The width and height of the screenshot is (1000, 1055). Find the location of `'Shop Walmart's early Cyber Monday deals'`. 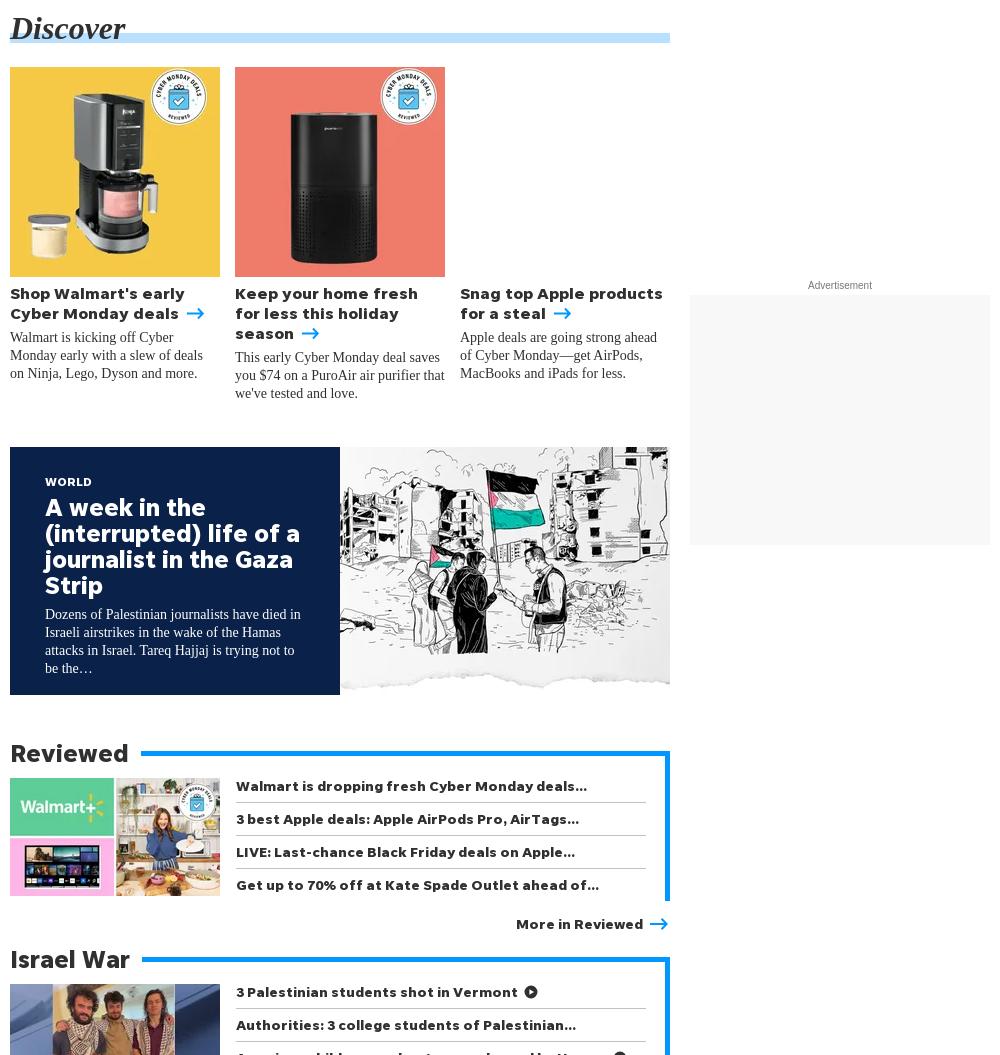

'Shop Walmart's early Cyber Monday deals' is located at coordinates (107, 301).